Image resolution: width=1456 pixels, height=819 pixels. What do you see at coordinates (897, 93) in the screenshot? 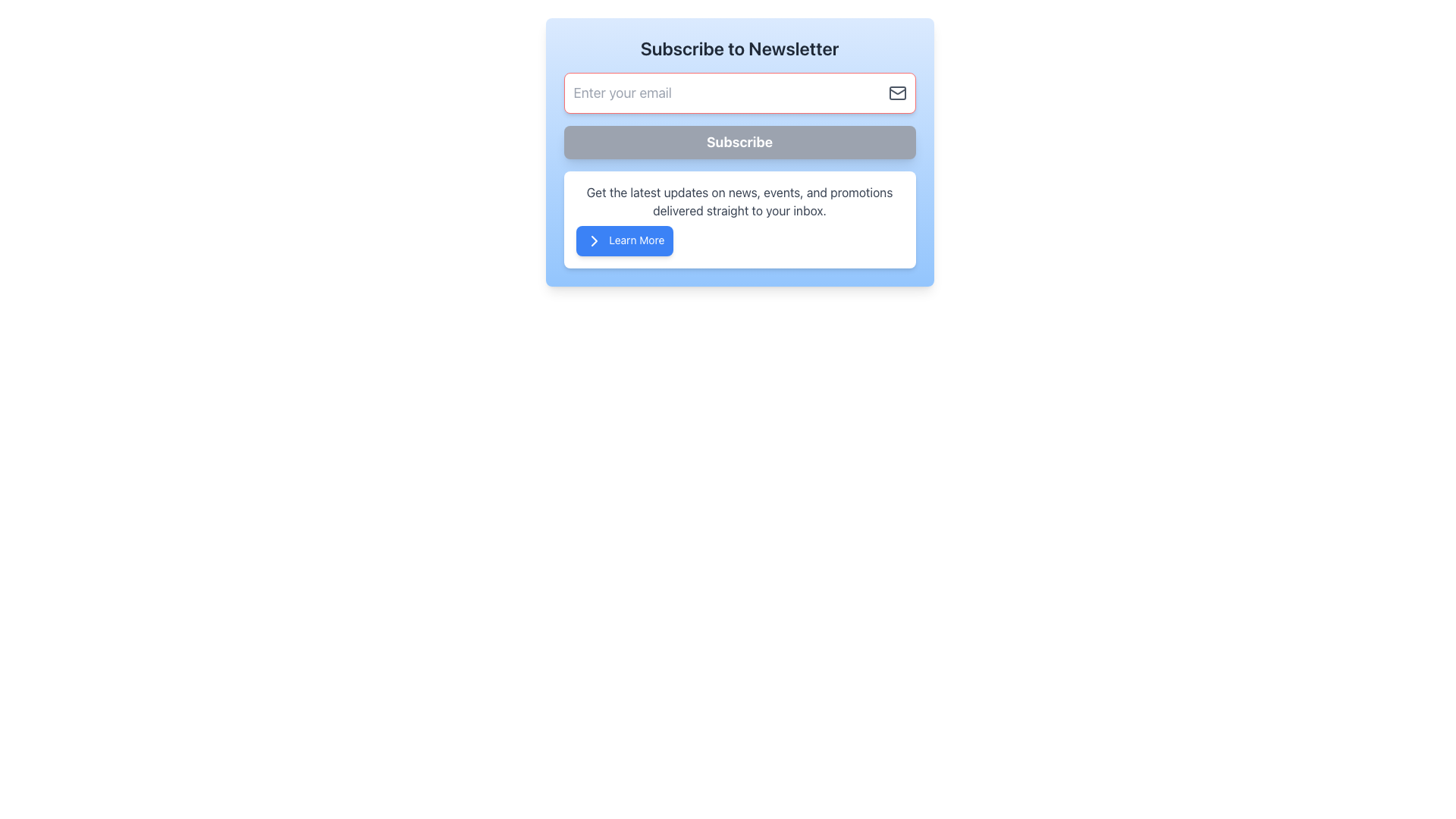
I see `the envelope icon located on the right side of the email input field in the subscription form` at bounding box center [897, 93].